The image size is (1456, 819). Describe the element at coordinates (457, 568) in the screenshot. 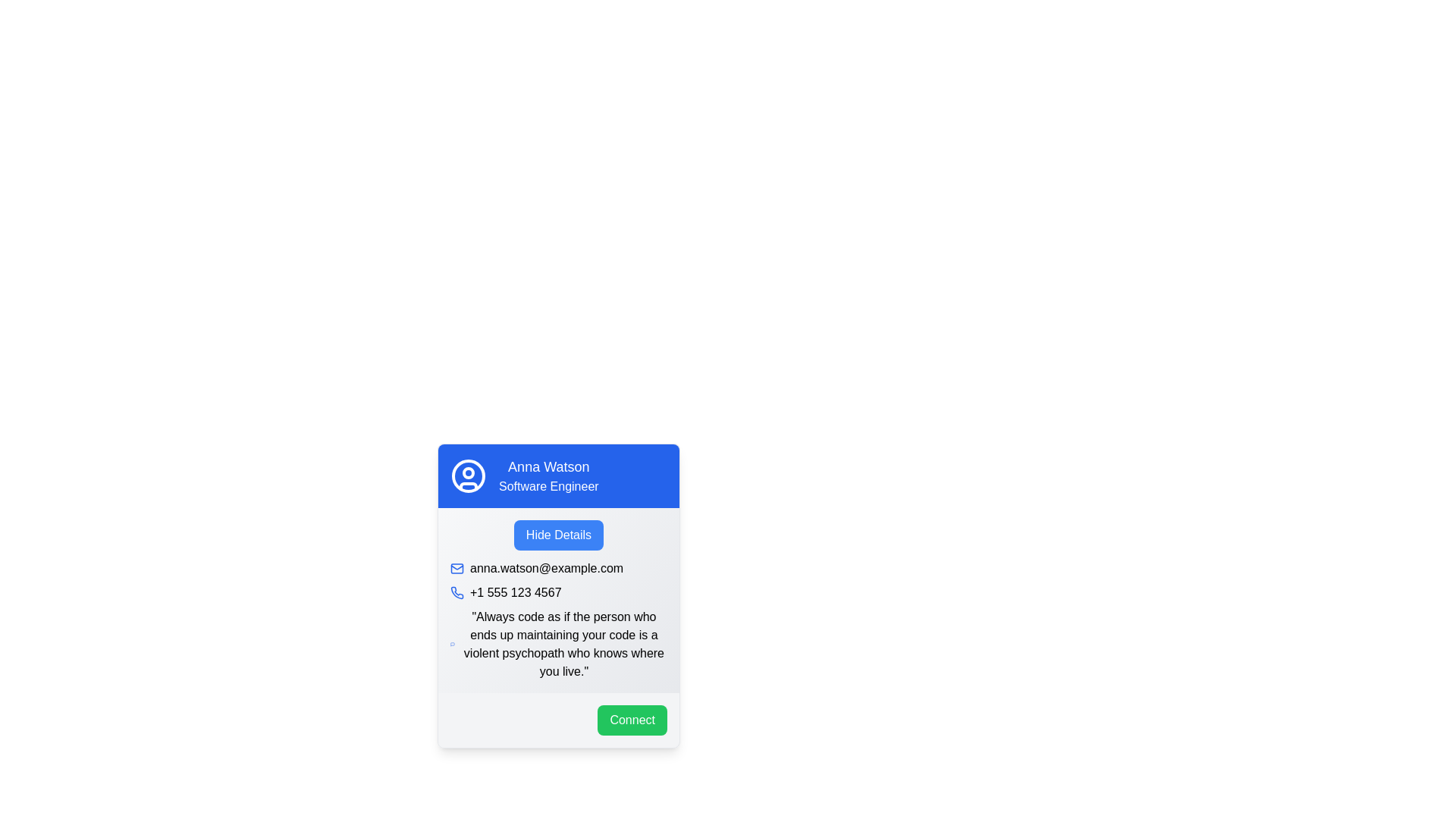

I see `the small blue email icon located to the left of the text 'anna.watson@example.com' in the contact information section of the profile card` at that location.